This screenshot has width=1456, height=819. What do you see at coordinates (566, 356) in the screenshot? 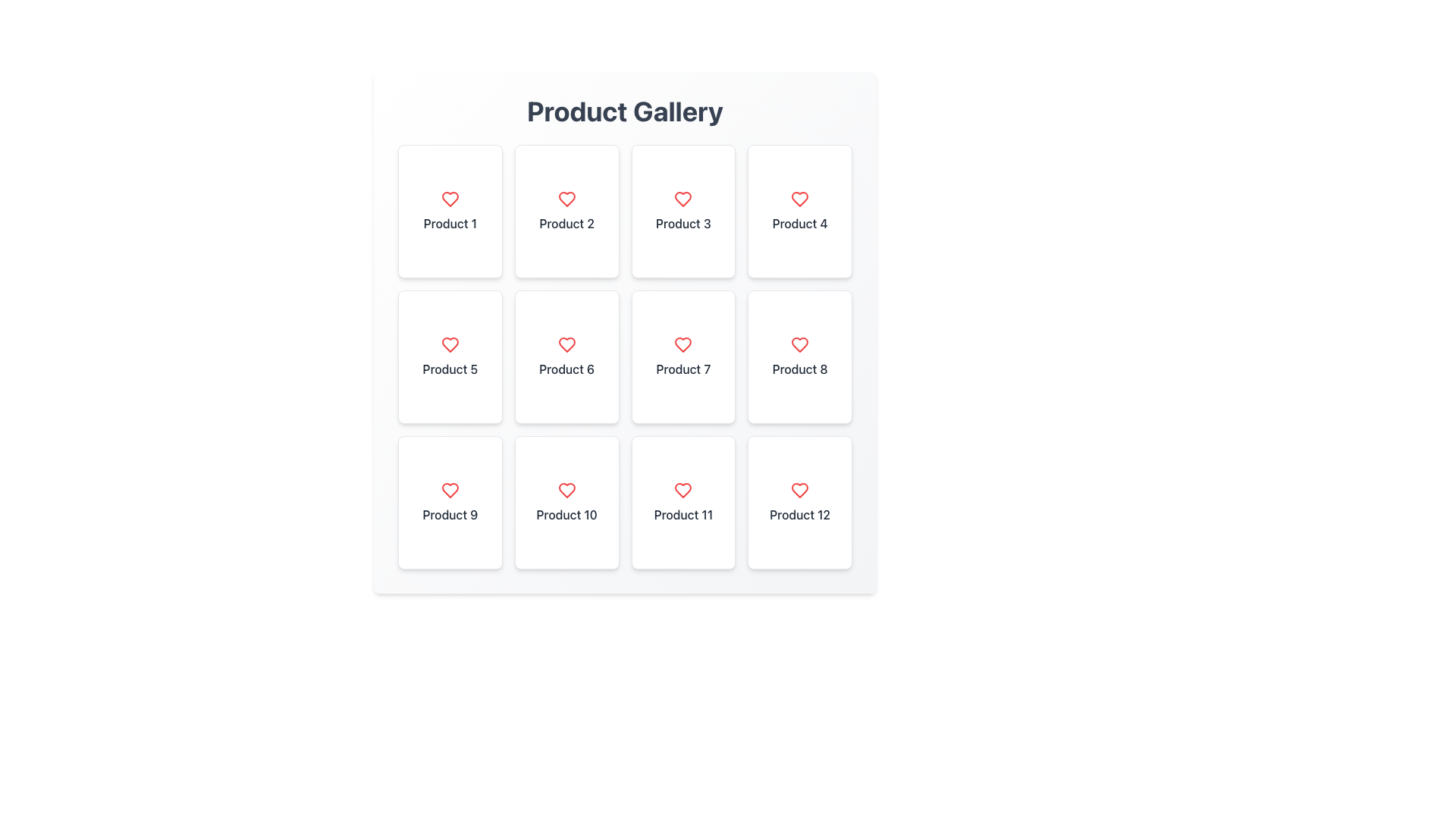
I see `the product display card for 'Product 6' located in the second column and second row of the product gallery grid` at bounding box center [566, 356].